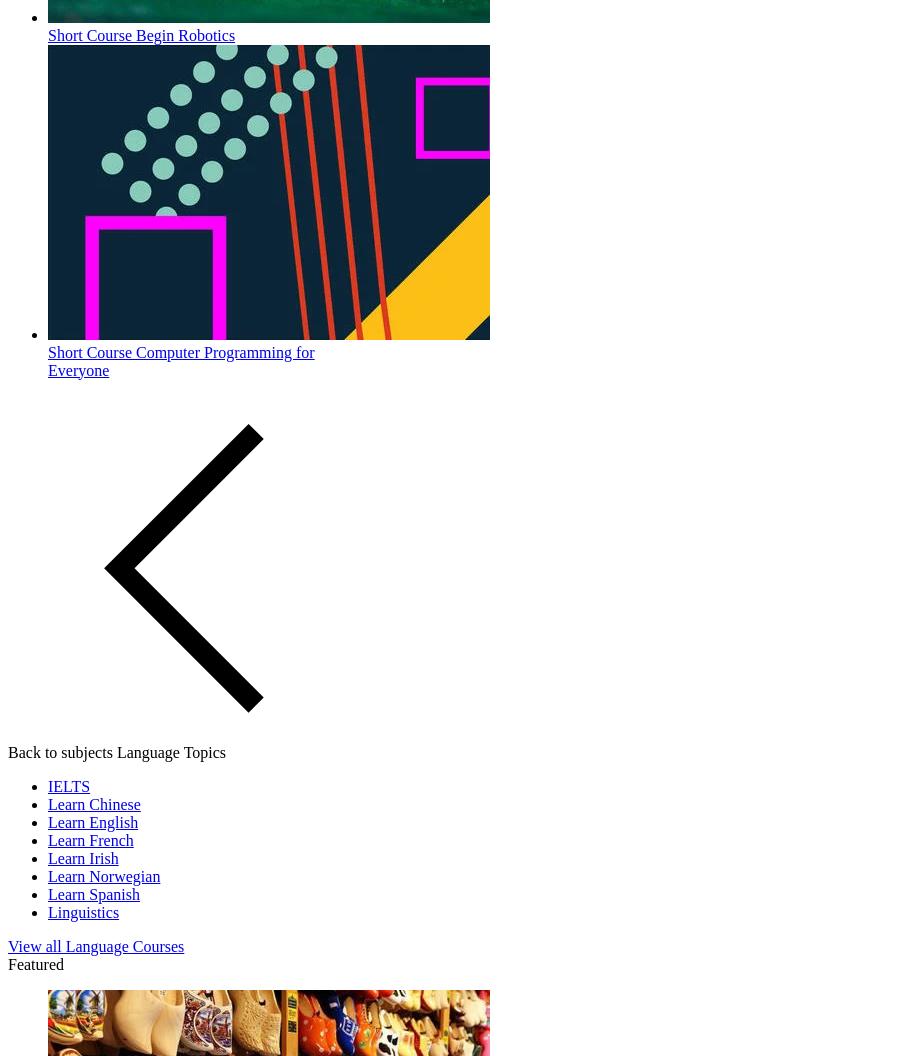  Describe the element at coordinates (60, 750) in the screenshot. I see `'Back to subjects'` at that location.